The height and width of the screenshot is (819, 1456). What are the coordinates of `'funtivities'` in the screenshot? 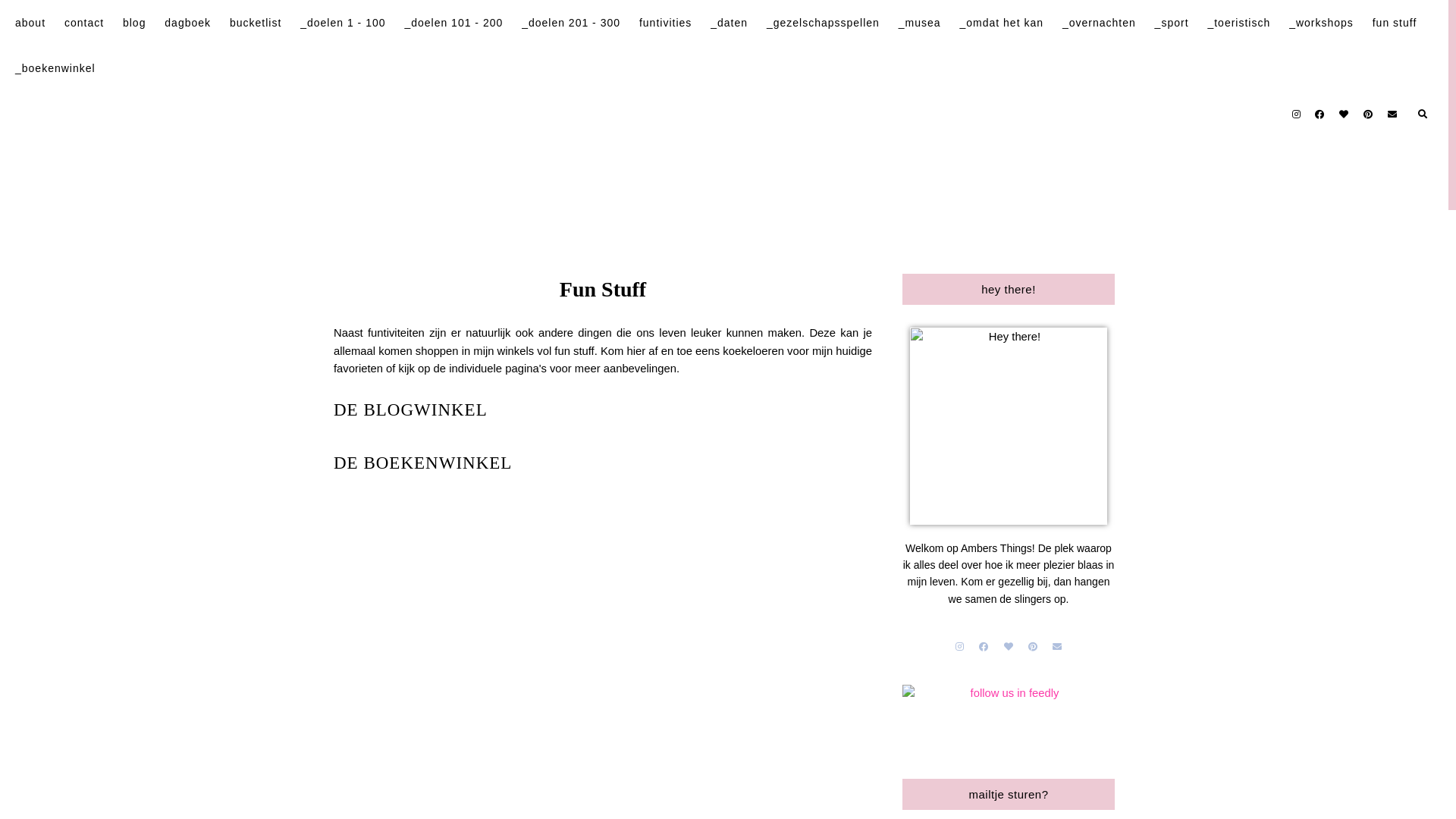 It's located at (639, 23).